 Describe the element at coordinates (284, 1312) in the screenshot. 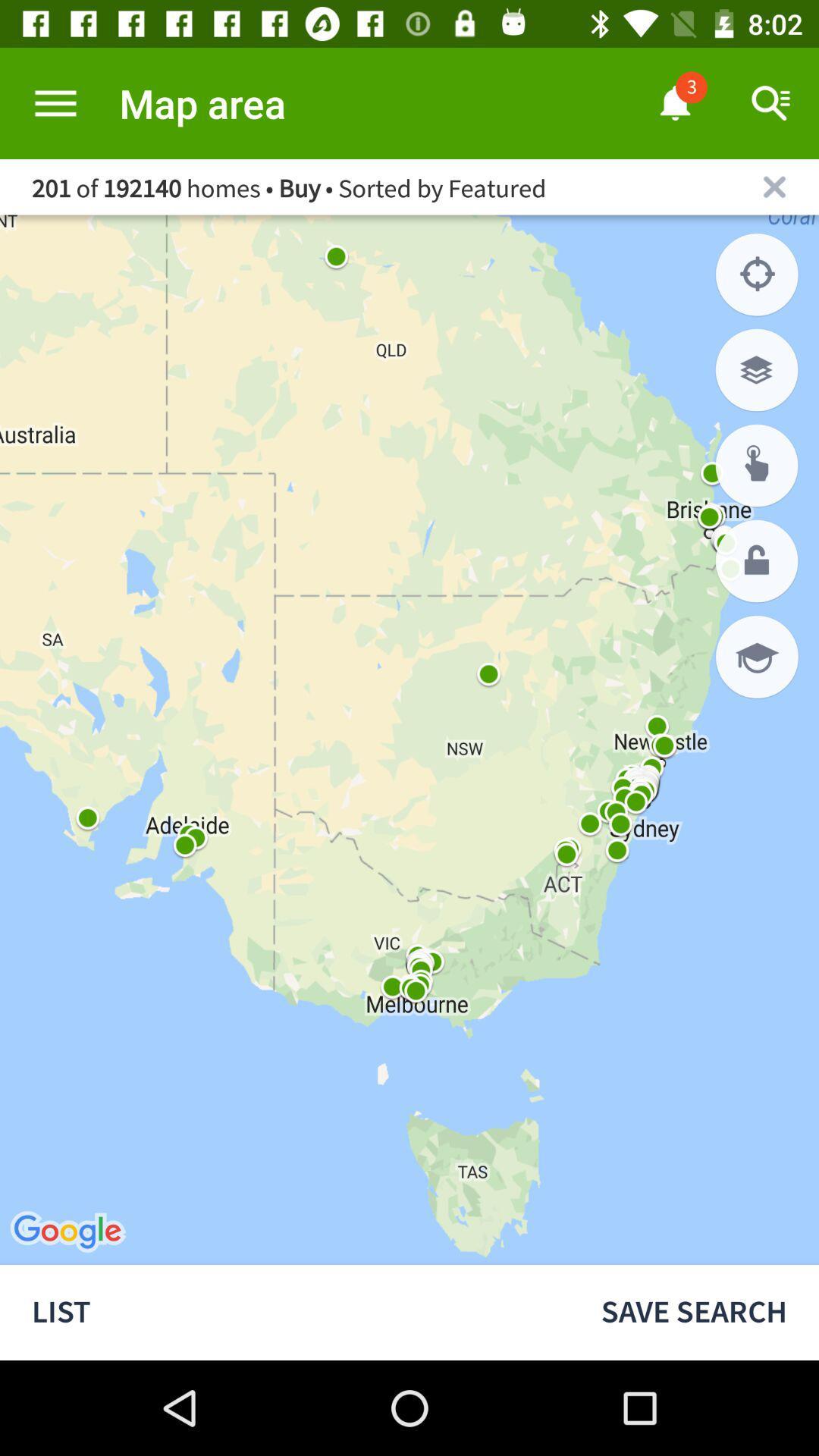

I see `the list icon` at that location.